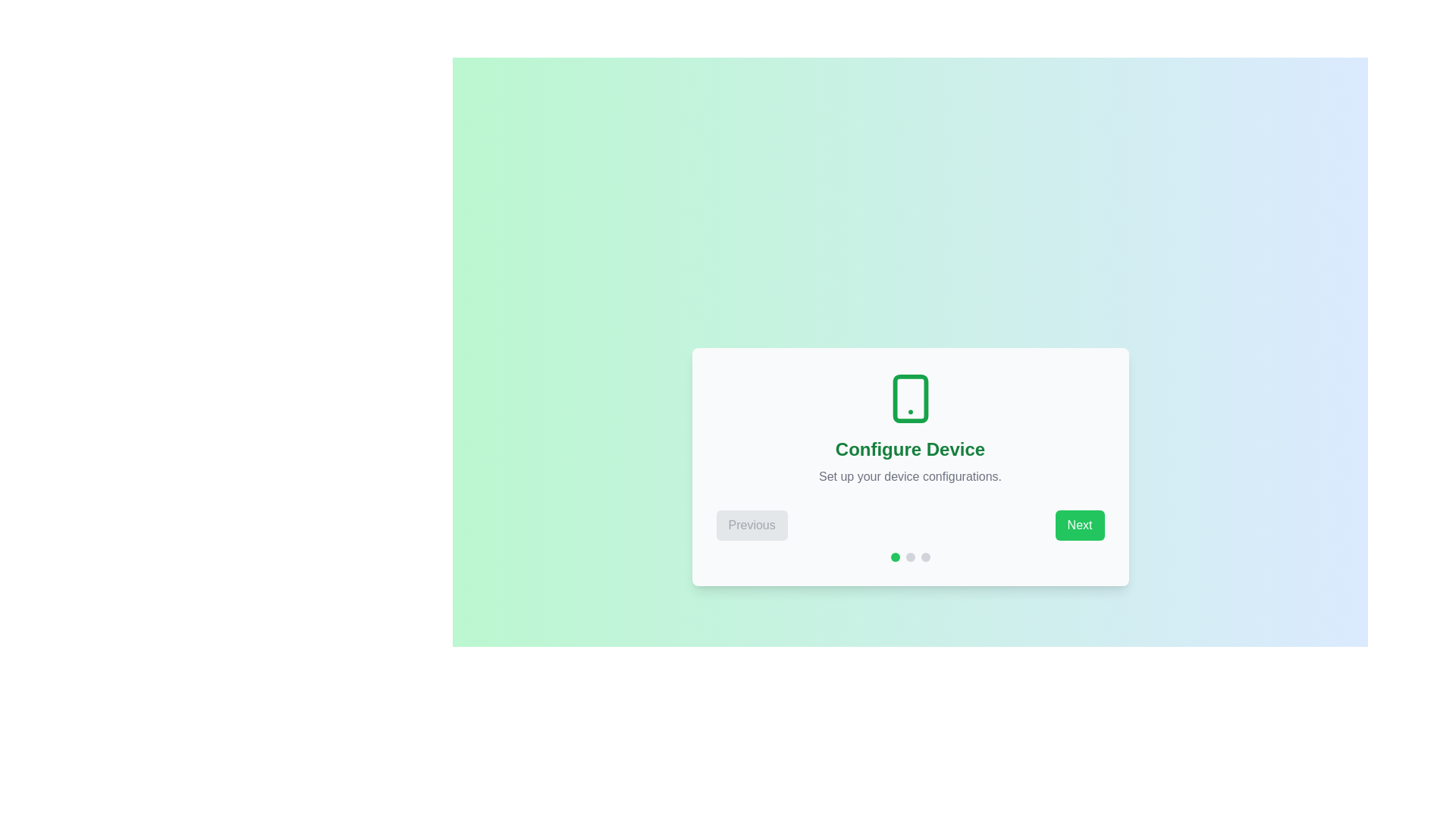 This screenshot has width=1456, height=819. What do you see at coordinates (1079, 525) in the screenshot?
I see `the 'Next' button to proceed to the next step` at bounding box center [1079, 525].